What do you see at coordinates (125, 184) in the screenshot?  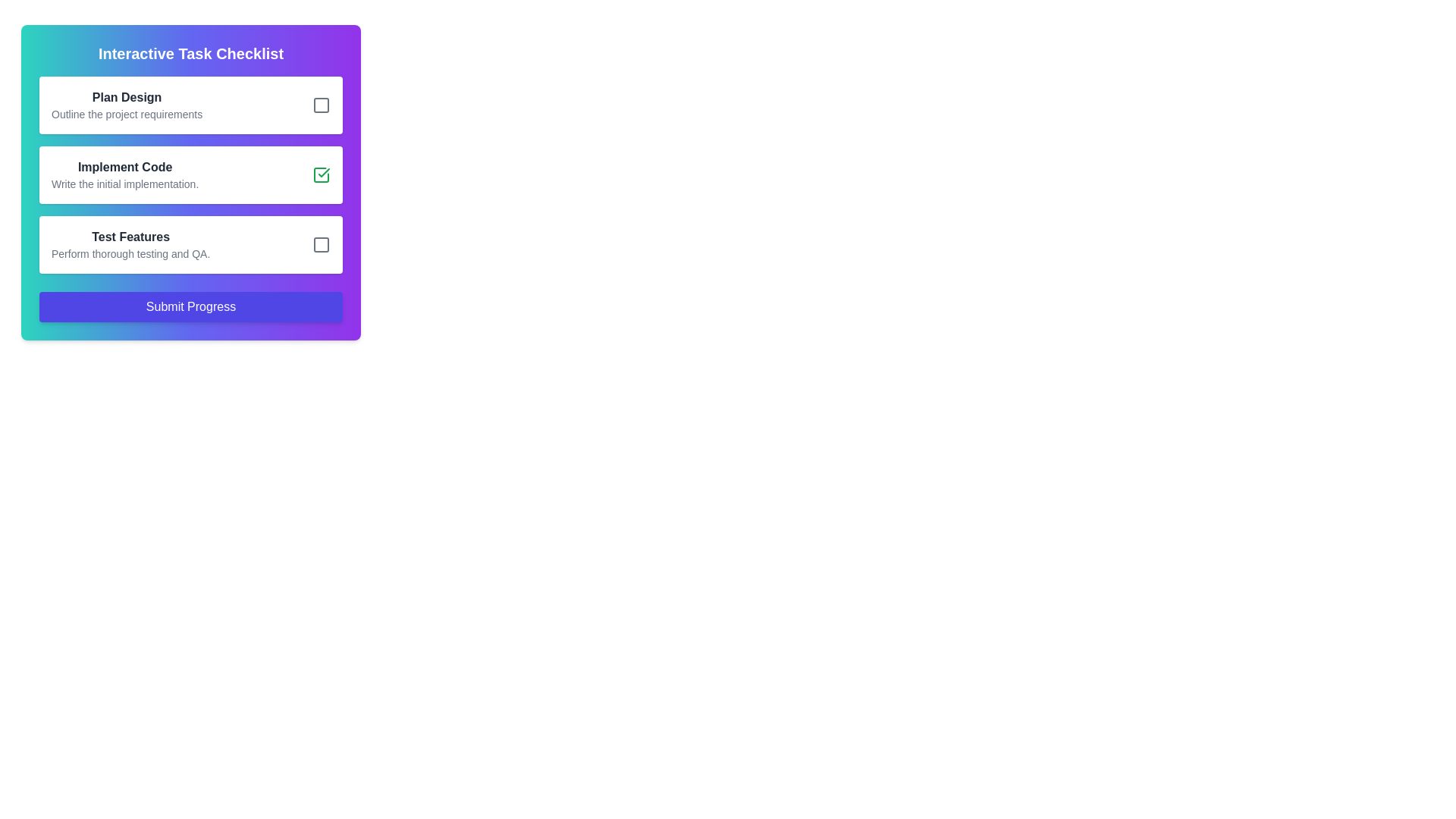 I see `the static text content located beneath the 'Implement Code' heading in the multi-step checklist interface, which is styled in a smaller font size and muted gray color` at bounding box center [125, 184].